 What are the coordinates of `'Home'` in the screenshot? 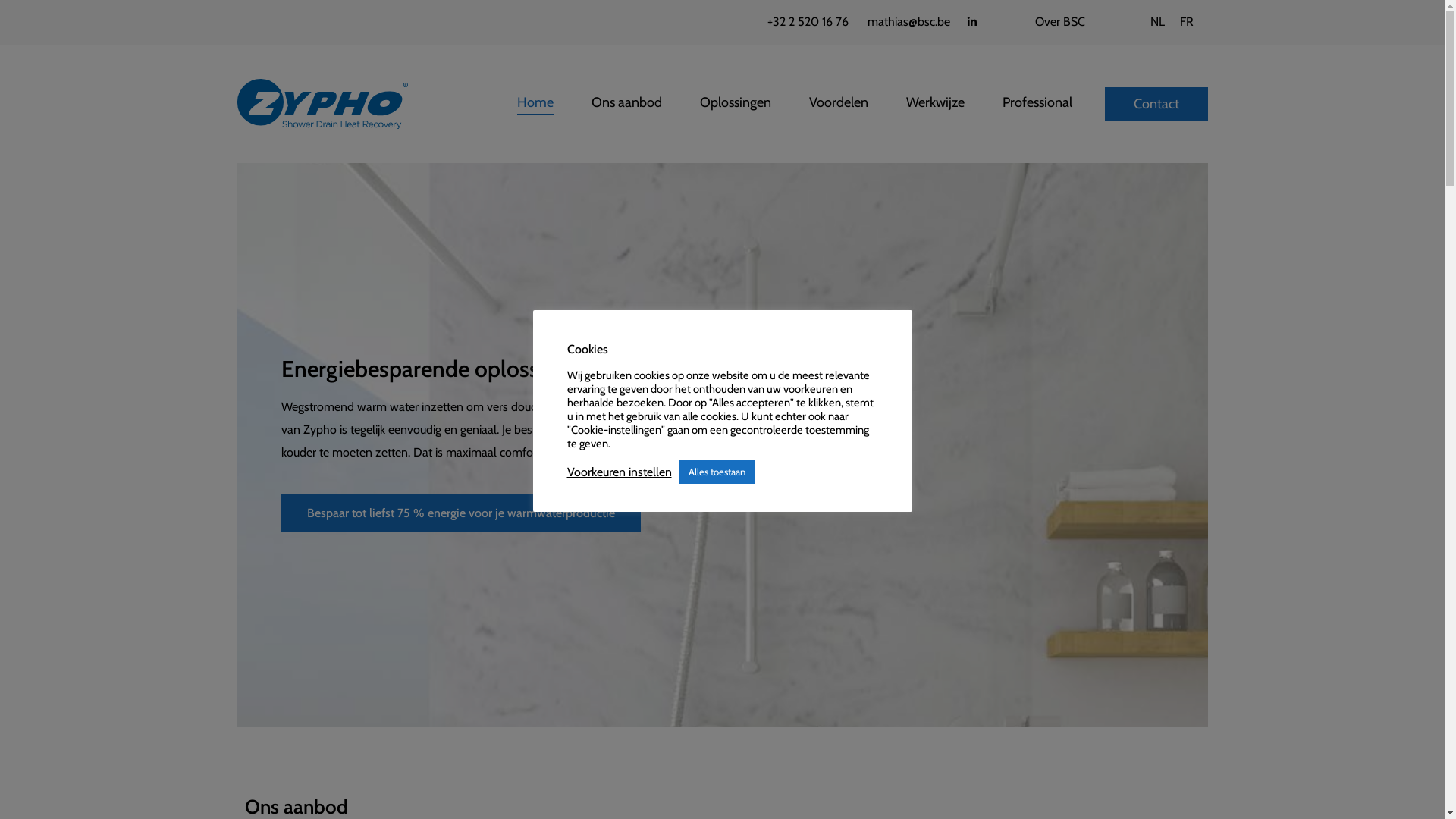 It's located at (535, 102).